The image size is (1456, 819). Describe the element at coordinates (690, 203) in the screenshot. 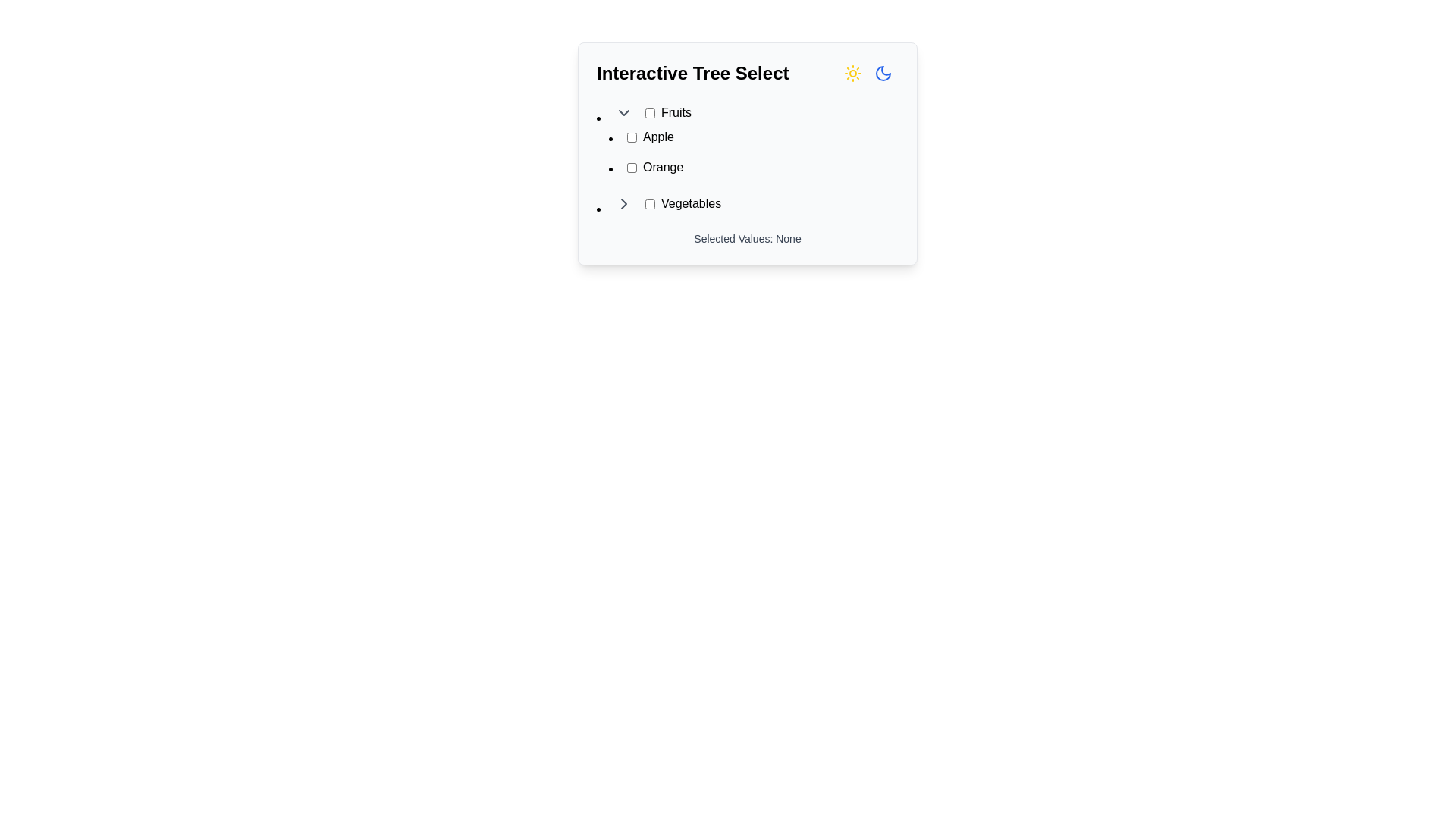

I see `the 'Vegetables' static text label in the Interactive Tree Select section` at that location.